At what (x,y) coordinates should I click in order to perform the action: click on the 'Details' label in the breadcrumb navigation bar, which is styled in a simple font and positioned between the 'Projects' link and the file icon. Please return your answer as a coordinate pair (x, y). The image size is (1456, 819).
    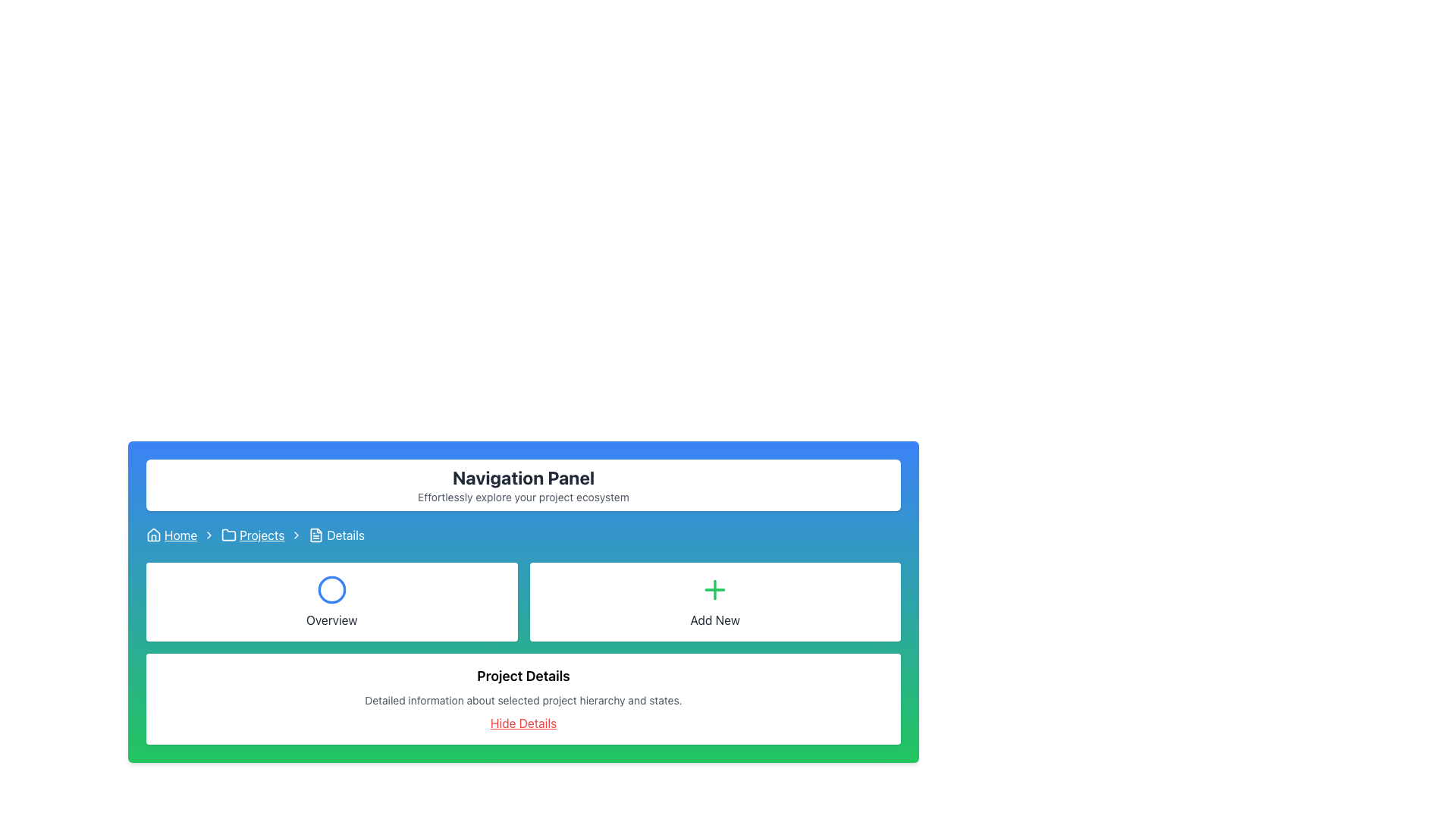
    Looking at the image, I should click on (345, 534).